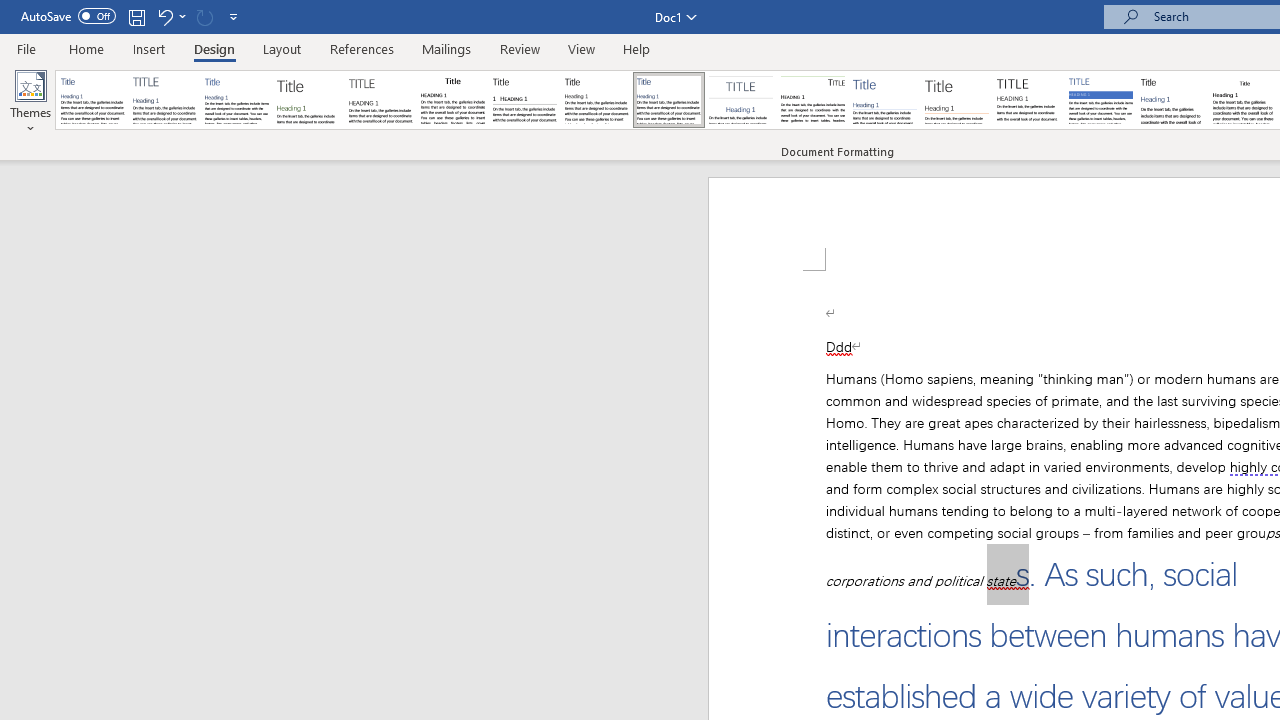 The image size is (1280, 720). What do you see at coordinates (204, 16) in the screenshot?
I see `'Can'` at bounding box center [204, 16].